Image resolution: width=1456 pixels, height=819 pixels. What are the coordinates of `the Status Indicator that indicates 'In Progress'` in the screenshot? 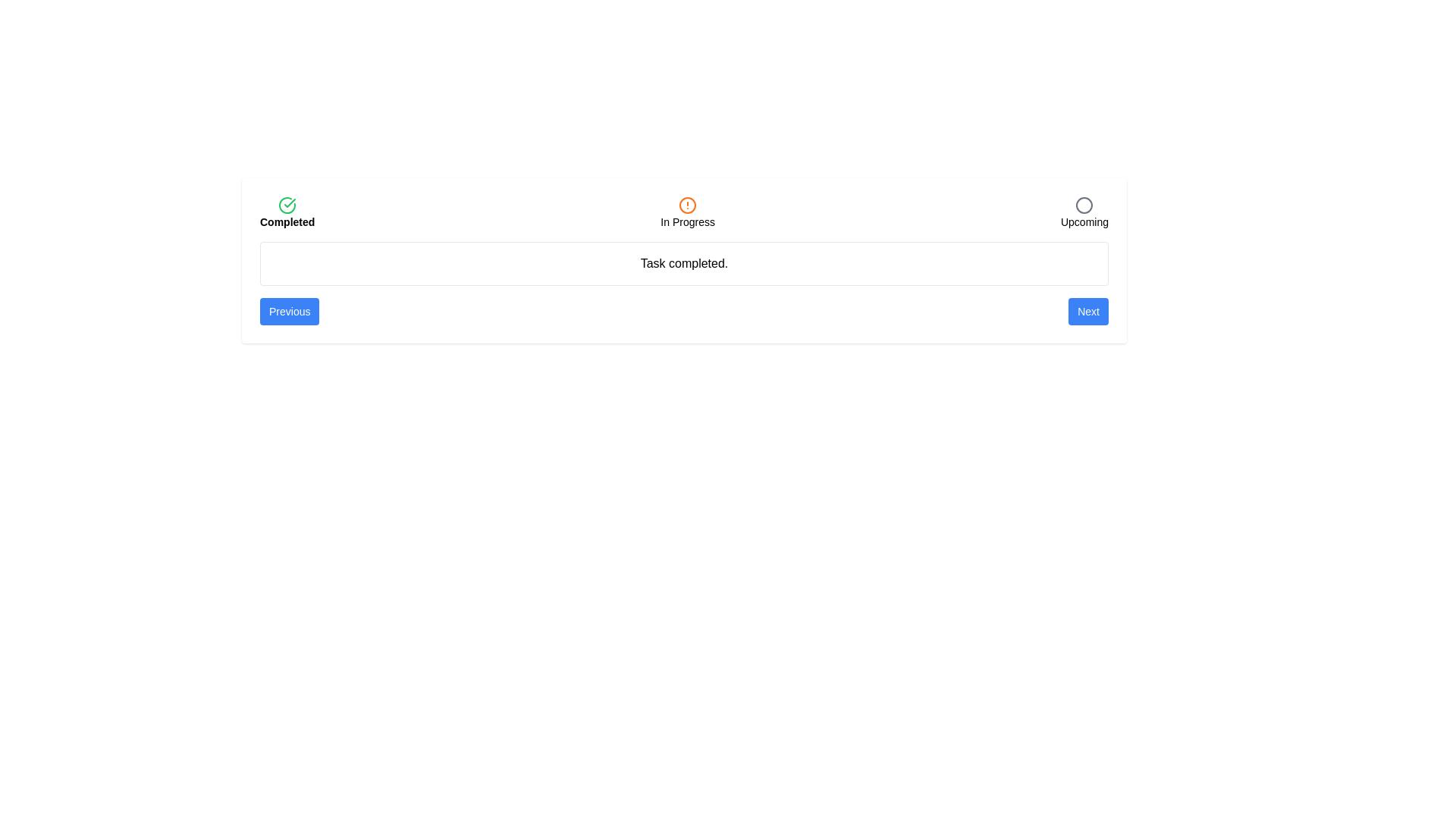 It's located at (687, 213).